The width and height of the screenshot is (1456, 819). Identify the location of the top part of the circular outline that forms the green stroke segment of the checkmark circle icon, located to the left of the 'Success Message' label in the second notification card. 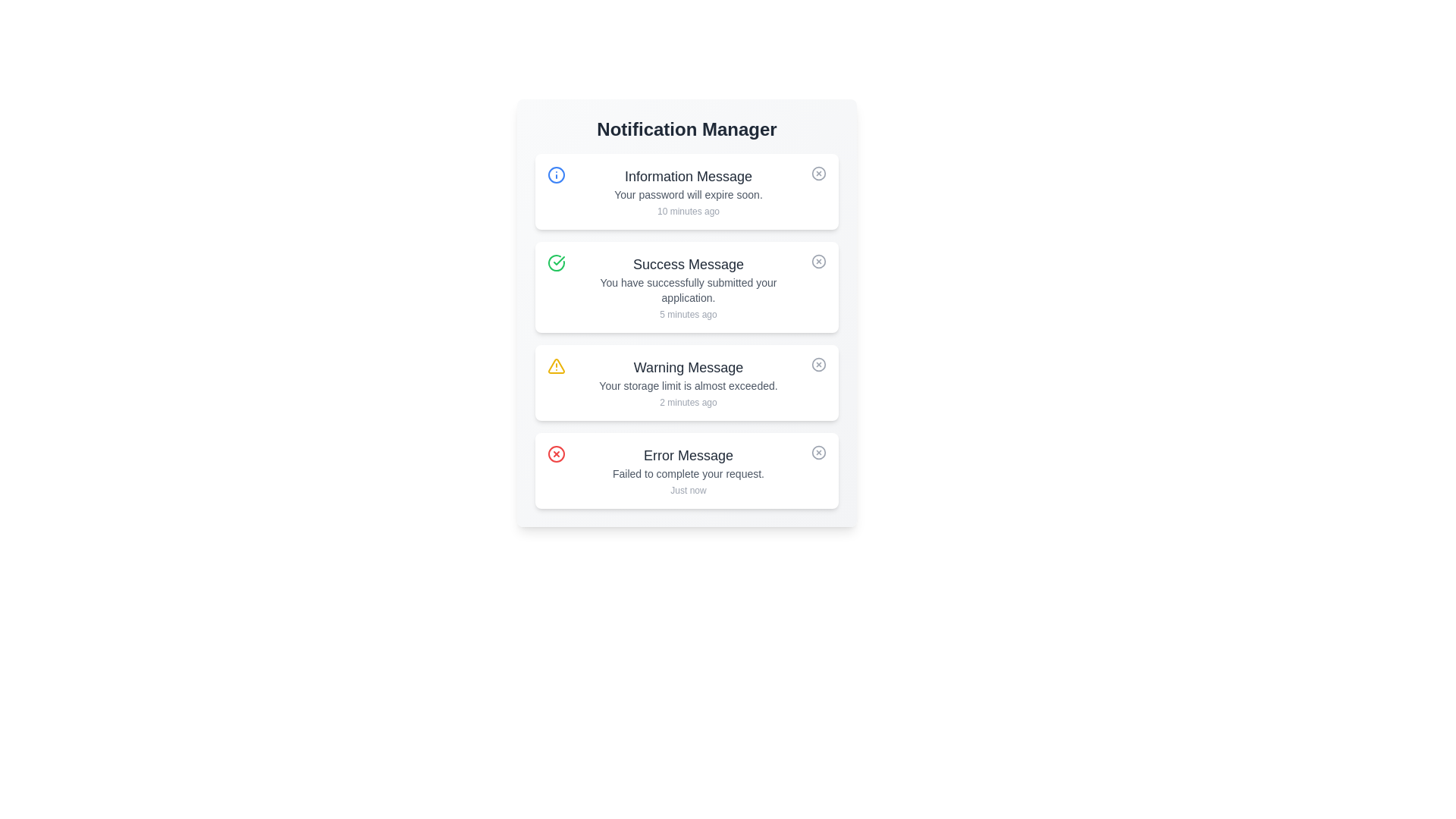
(556, 262).